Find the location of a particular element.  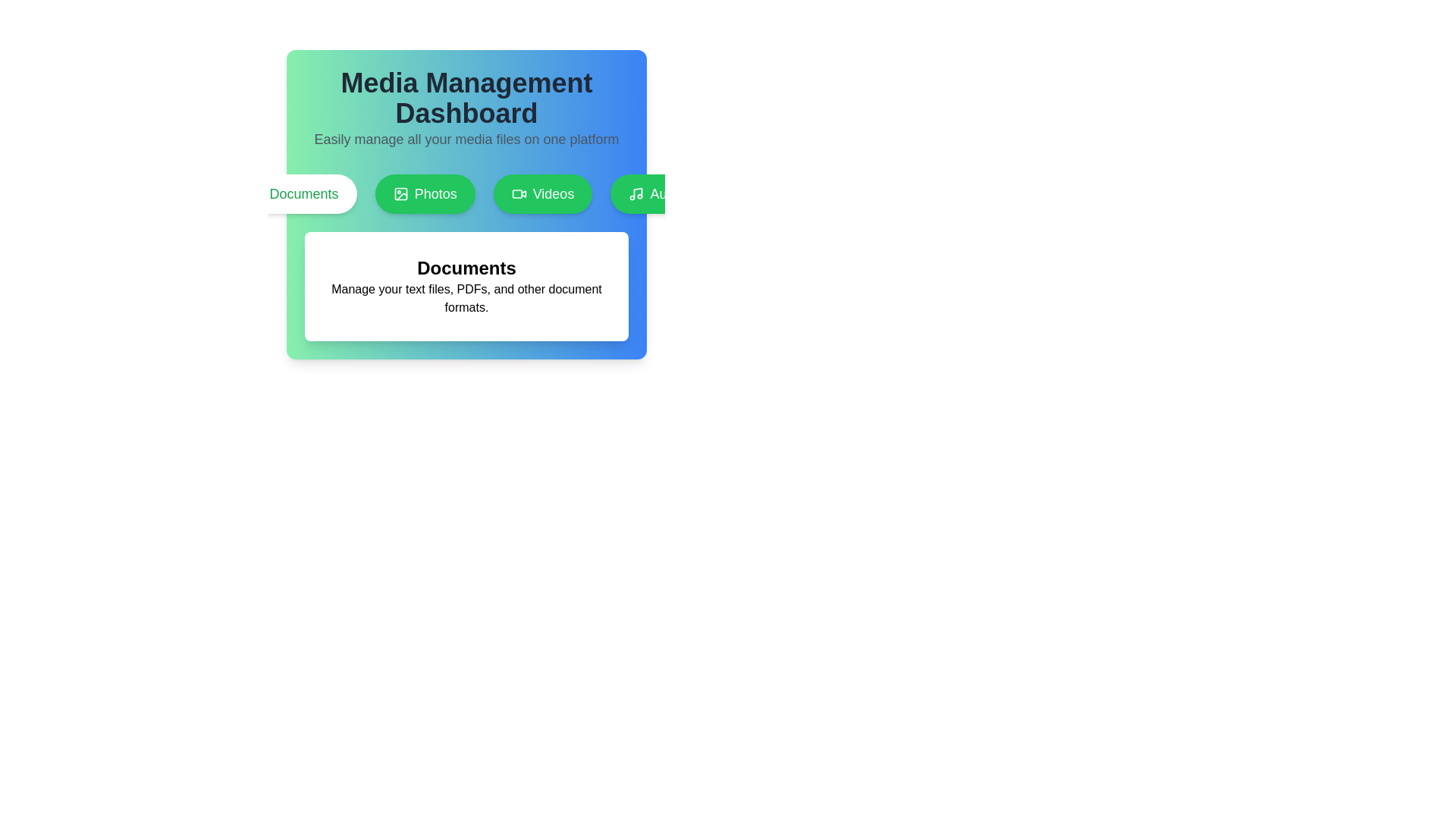

the small rounded rectangular graphical icon located in the center of a video icon above the 'Videos' tab is located at coordinates (517, 193).